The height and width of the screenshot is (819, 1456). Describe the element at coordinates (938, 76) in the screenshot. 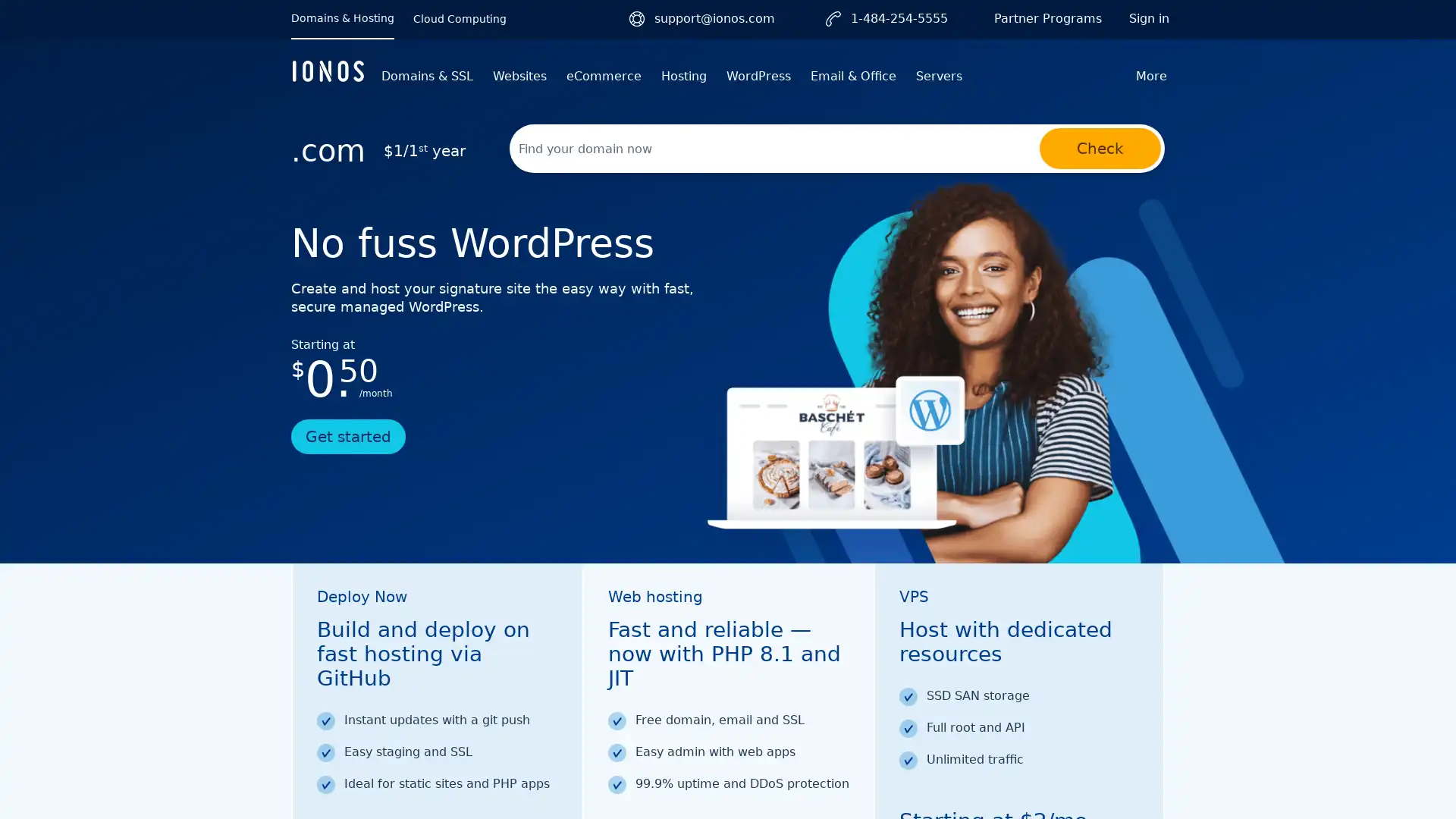

I see `Servers` at that location.